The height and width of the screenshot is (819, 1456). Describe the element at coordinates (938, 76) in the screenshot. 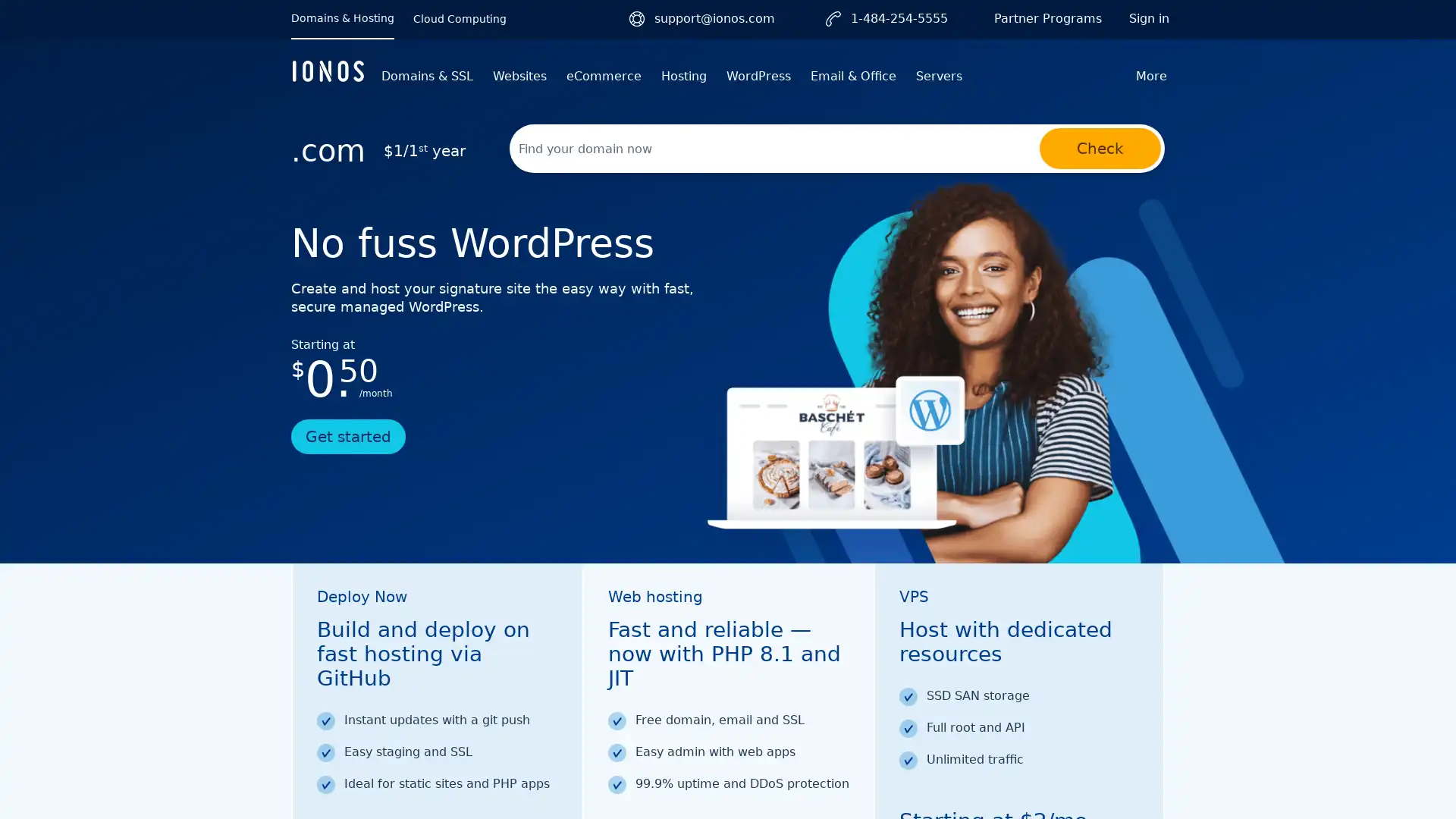

I see `Servers` at that location.